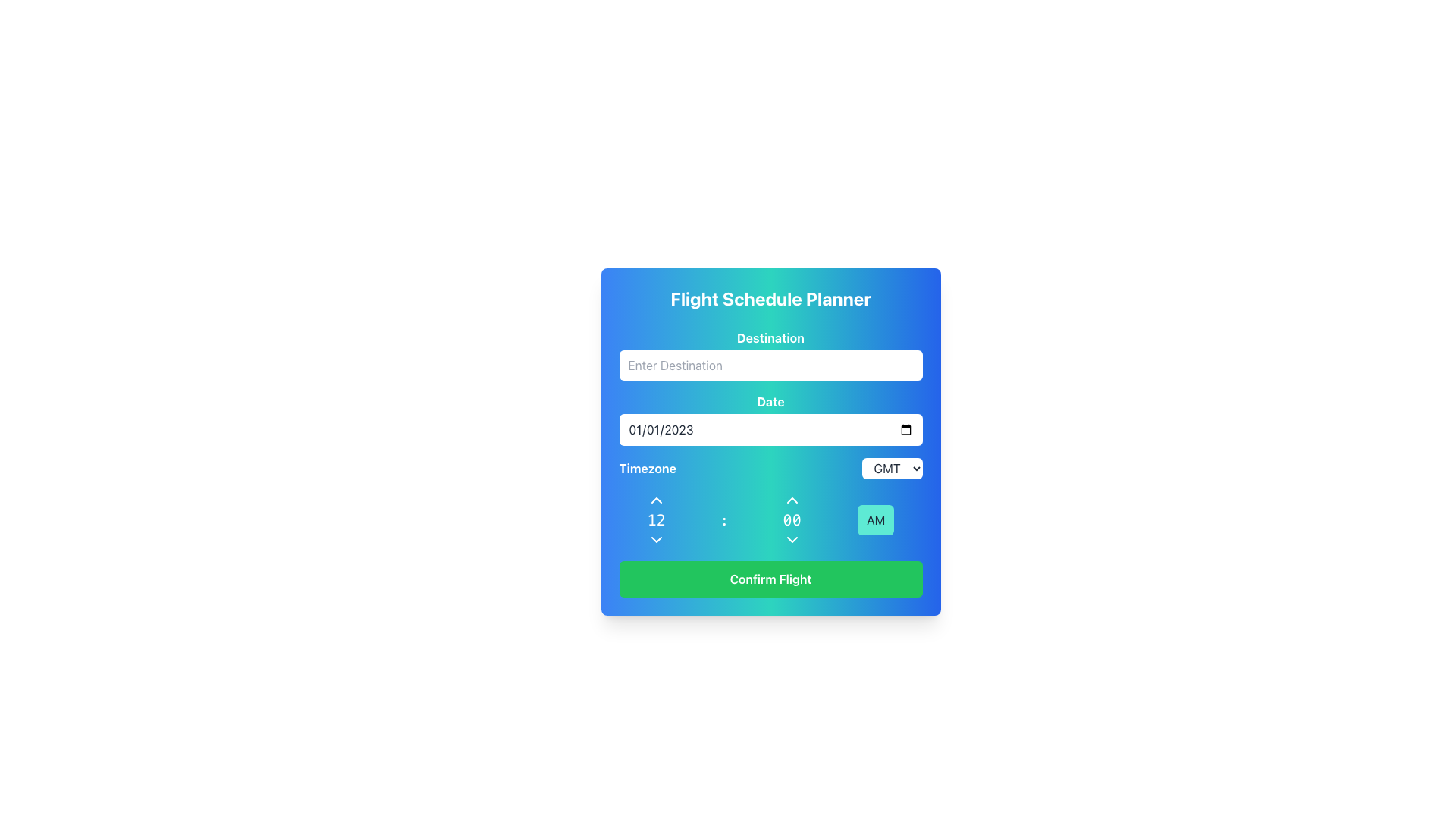 The height and width of the screenshot is (819, 1456). Describe the element at coordinates (876, 519) in the screenshot. I see `the rectangular button with rounded corners that has the text 'AM' in bold dark gray, located on the right side of the time selection section` at that location.